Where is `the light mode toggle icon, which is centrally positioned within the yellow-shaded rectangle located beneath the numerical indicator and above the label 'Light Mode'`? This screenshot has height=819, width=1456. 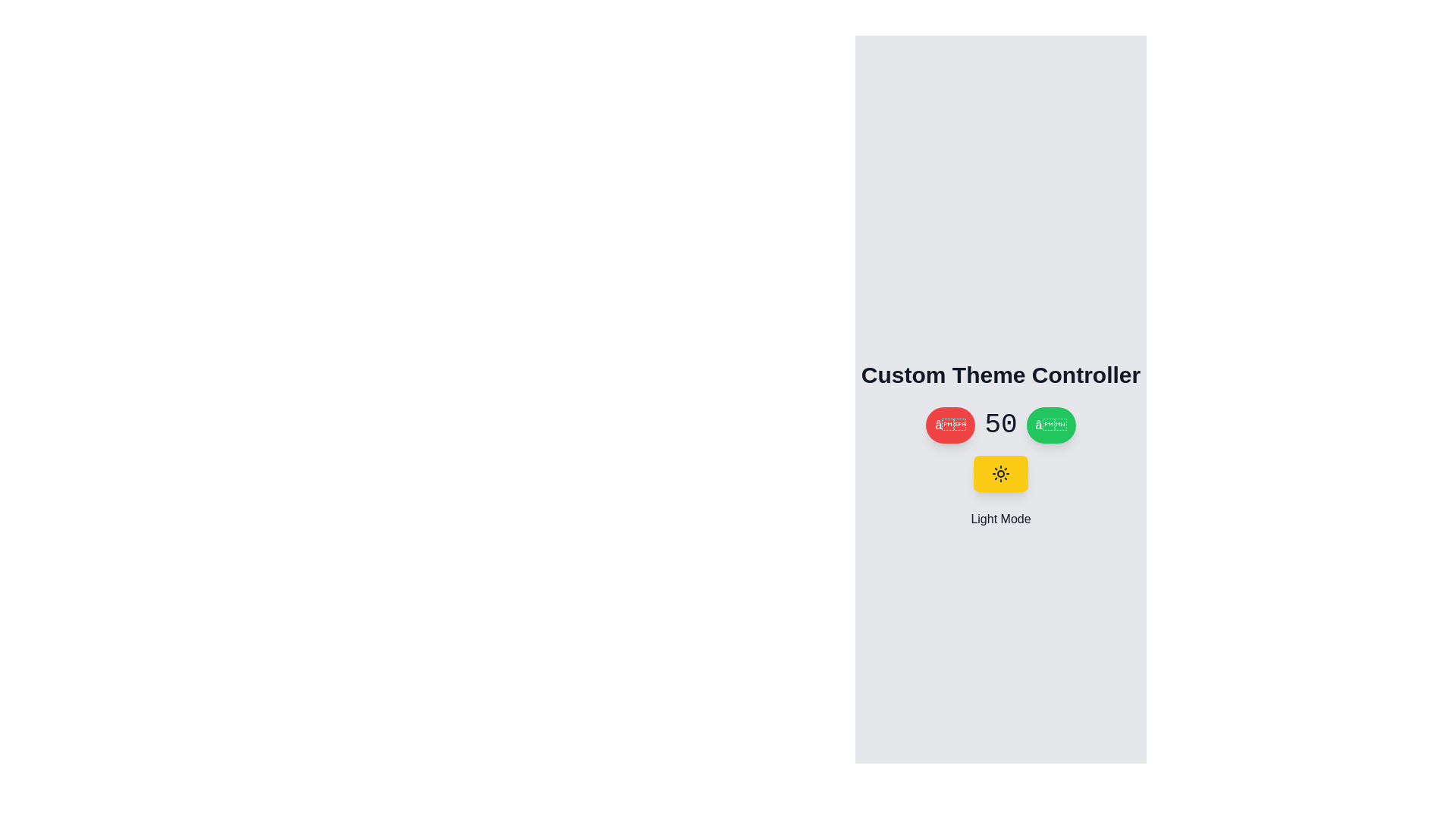 the light mode toggle icon, which is centrally positioned within the yellow-shaded rectangle located beneath the numerical indicator and above the label 'Light Mode' is located at coordinates (1001, 472).